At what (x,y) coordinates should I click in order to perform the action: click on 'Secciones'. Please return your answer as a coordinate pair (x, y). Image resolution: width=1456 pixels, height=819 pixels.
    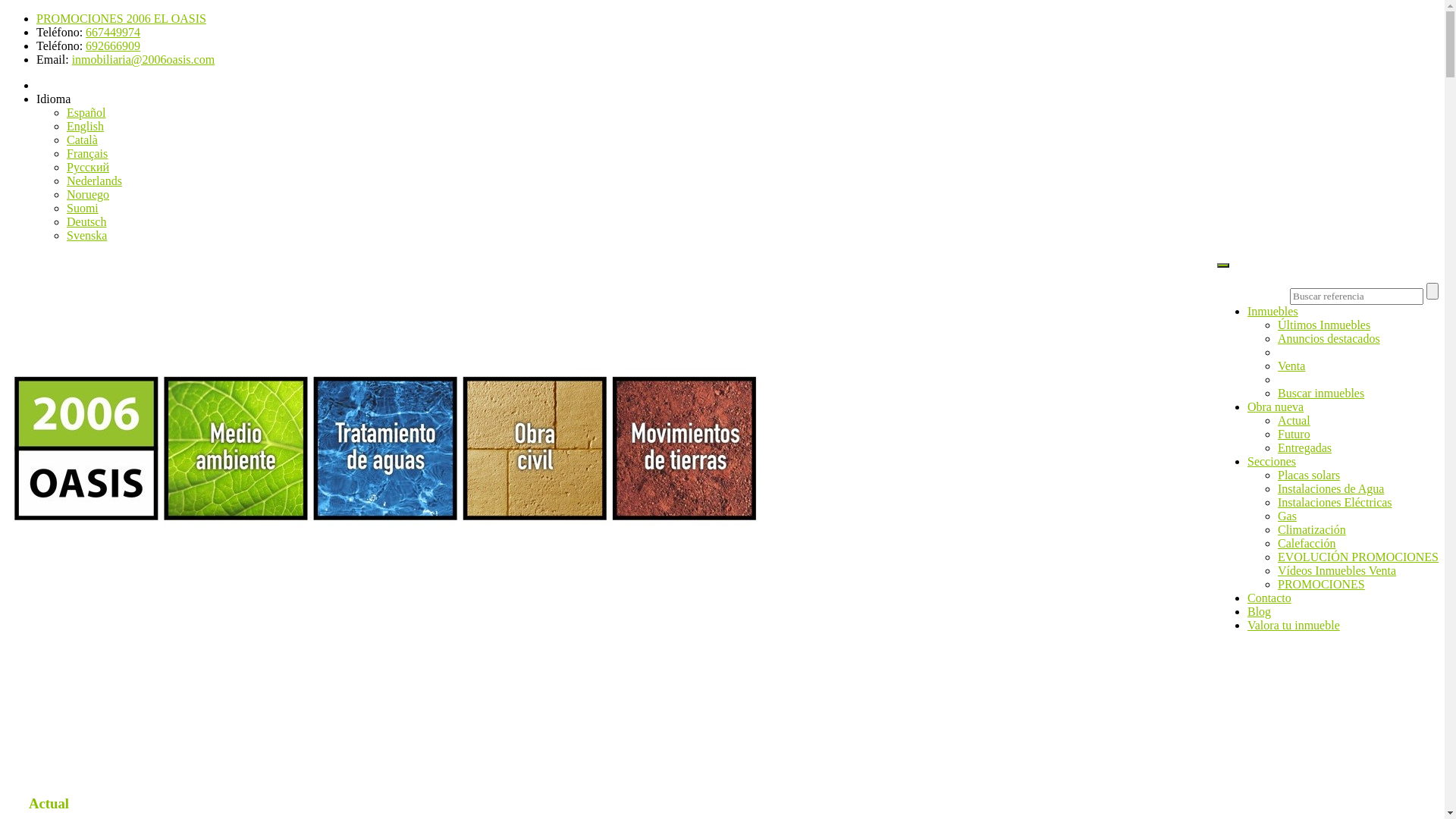
    Looking at the image, I should click on (1247, 460).